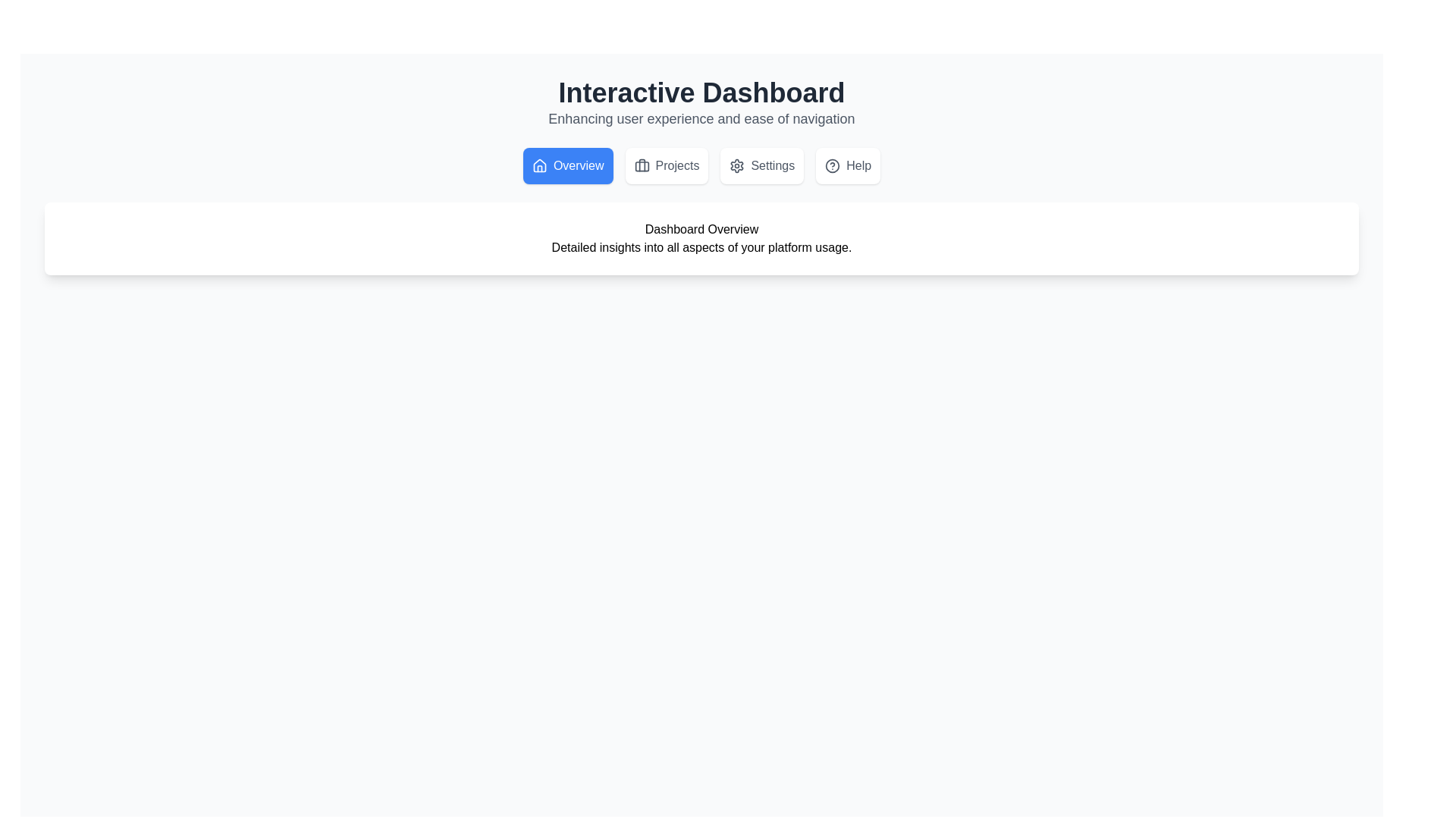 This screenshot has height=819, width=1456. I want to click on the house icon SVG element, which is located inside the 'Overview' button, so click(539, 166).